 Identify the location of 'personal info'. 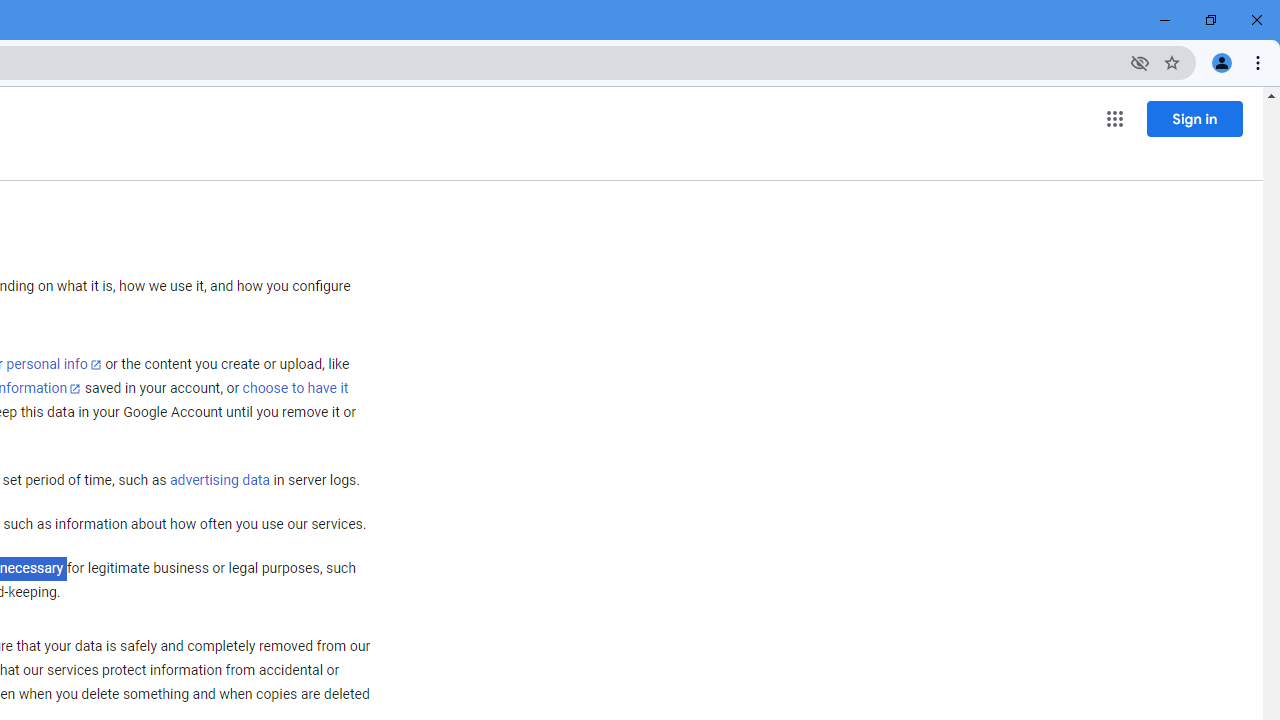
(54, 364).